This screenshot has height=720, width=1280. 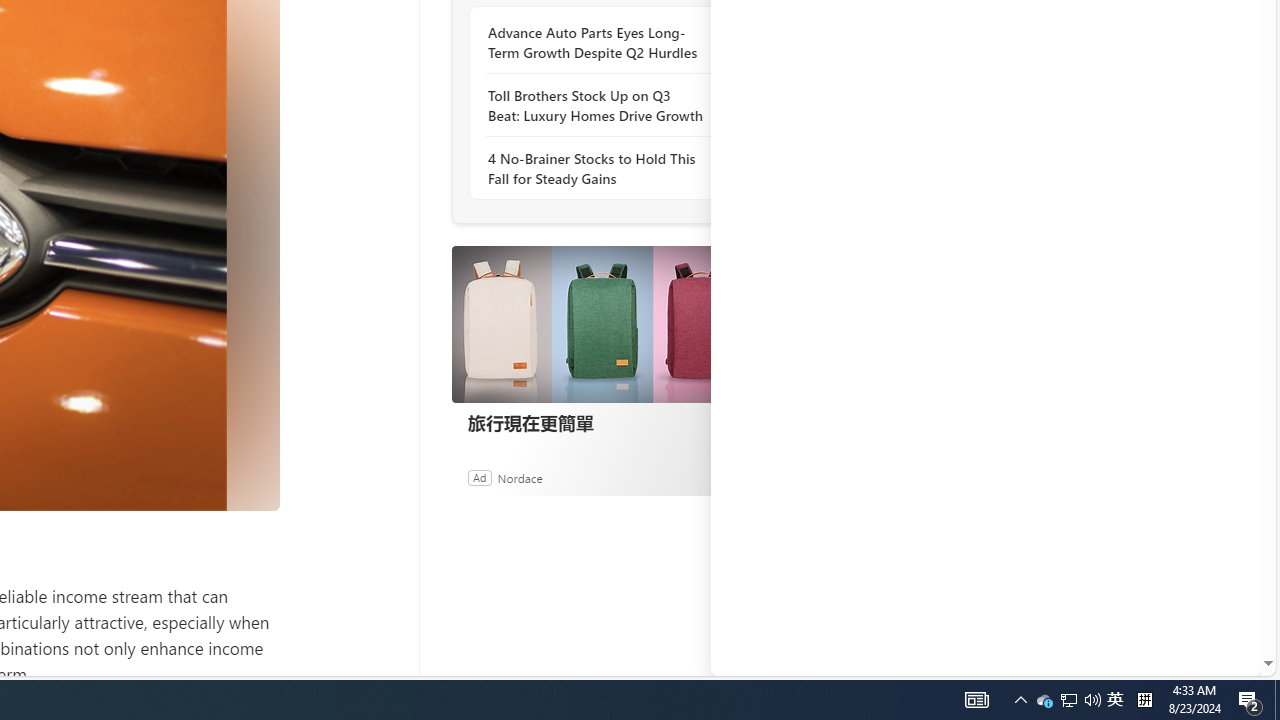 I want to click on 'Advance Auto Parts Eyes Long-Term Growth Despite Q2 Hurdles', so click(x=595, y=43).